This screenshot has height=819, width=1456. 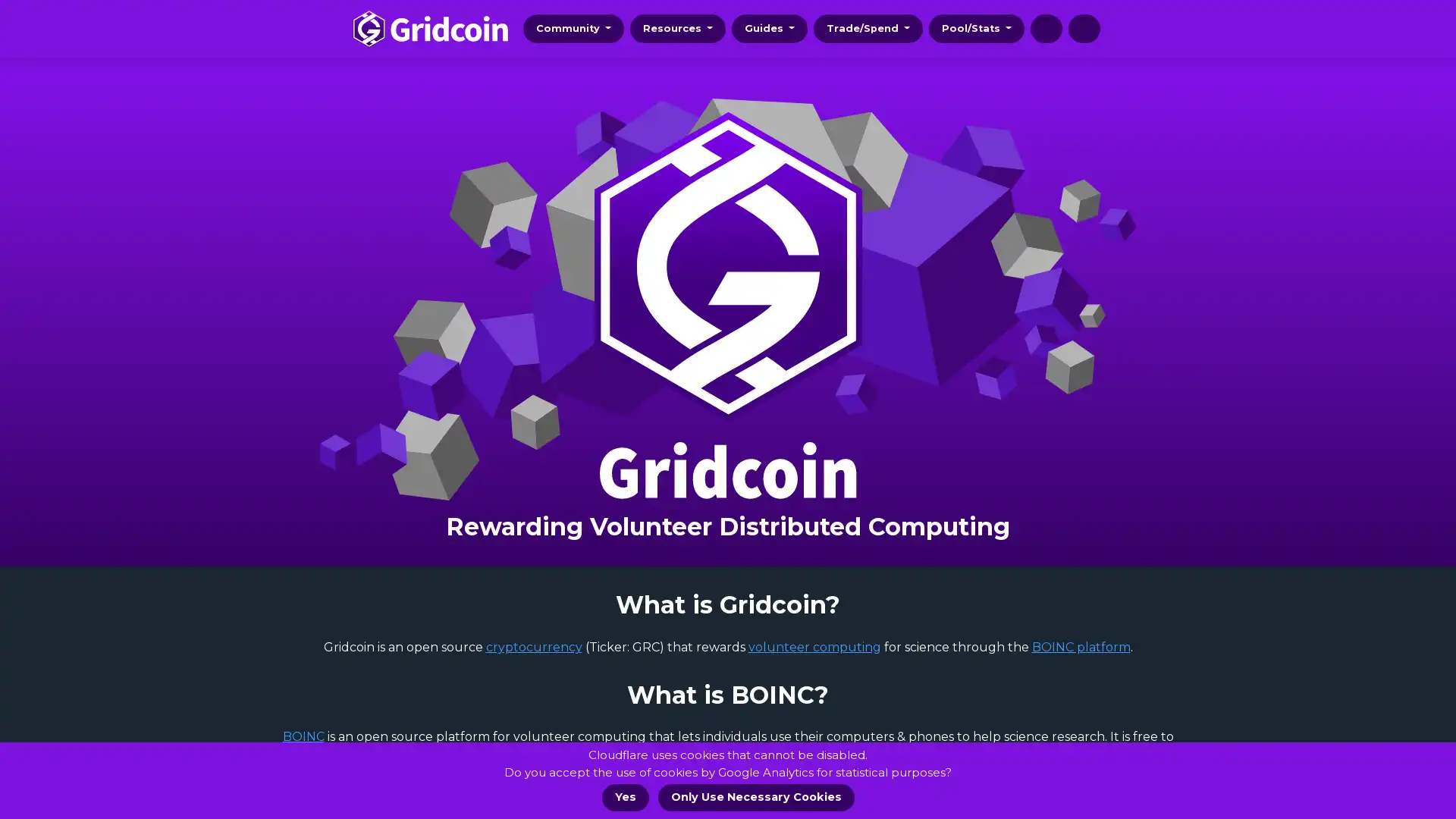 I want to click on Only Use Necessary Cookies, so click(x=755, y=797).